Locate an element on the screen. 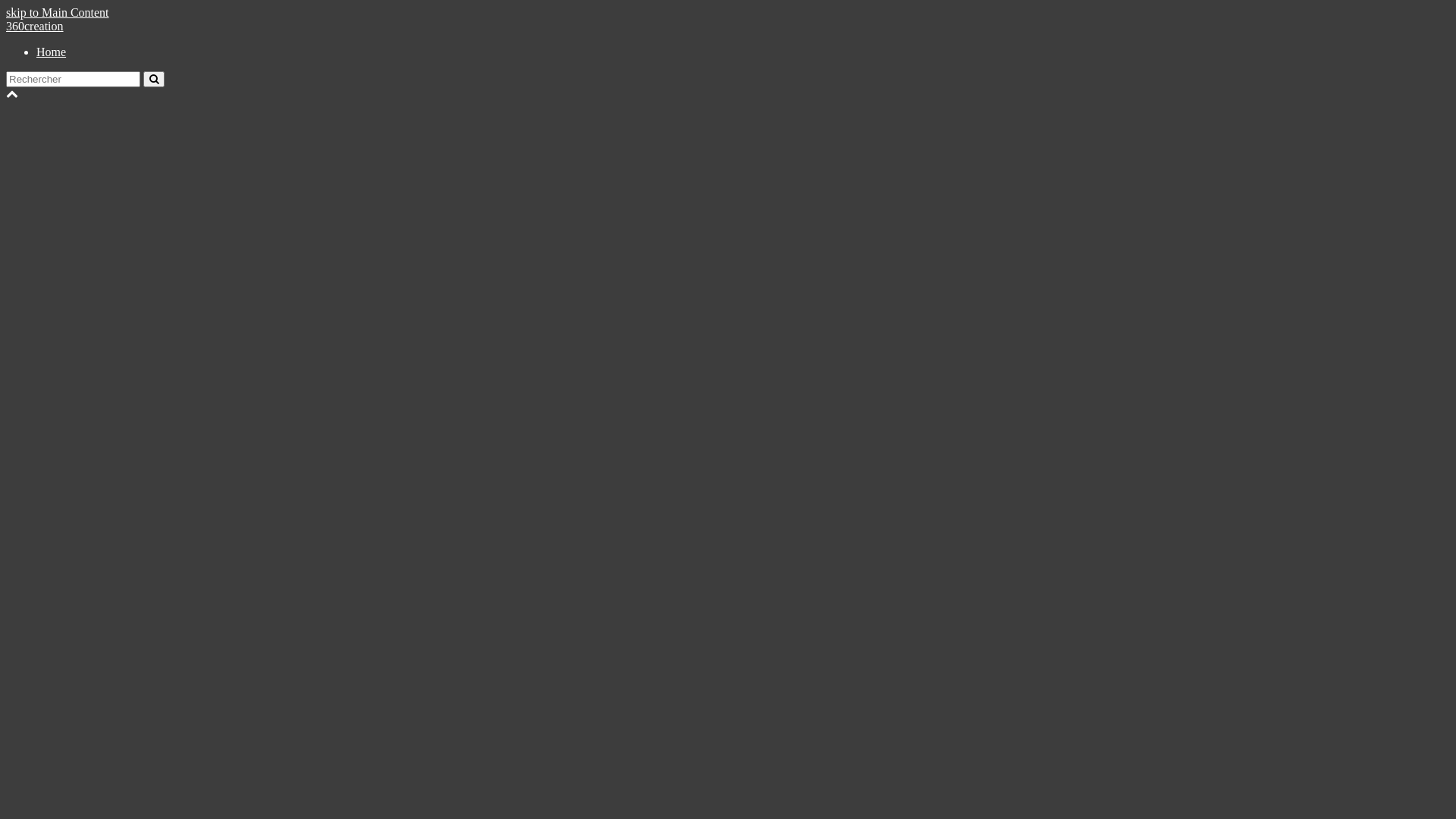 The height and width of the screenshot is (819, 1456). '360creation' is located at coordinates (35, 26).